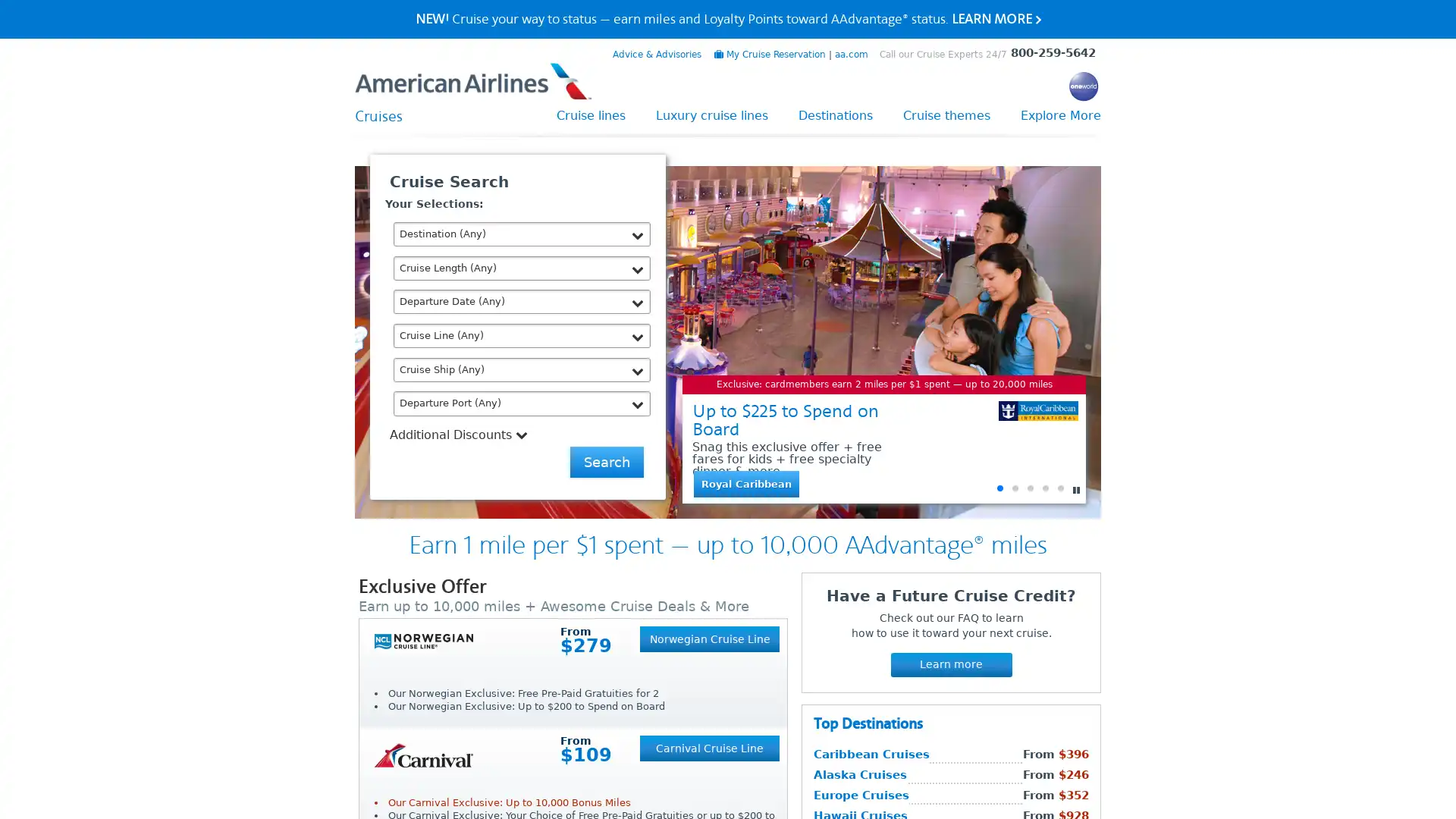  Describe the element at coordinates (999, 488) in the screenshot. I see `Go to slide 1` at that location.